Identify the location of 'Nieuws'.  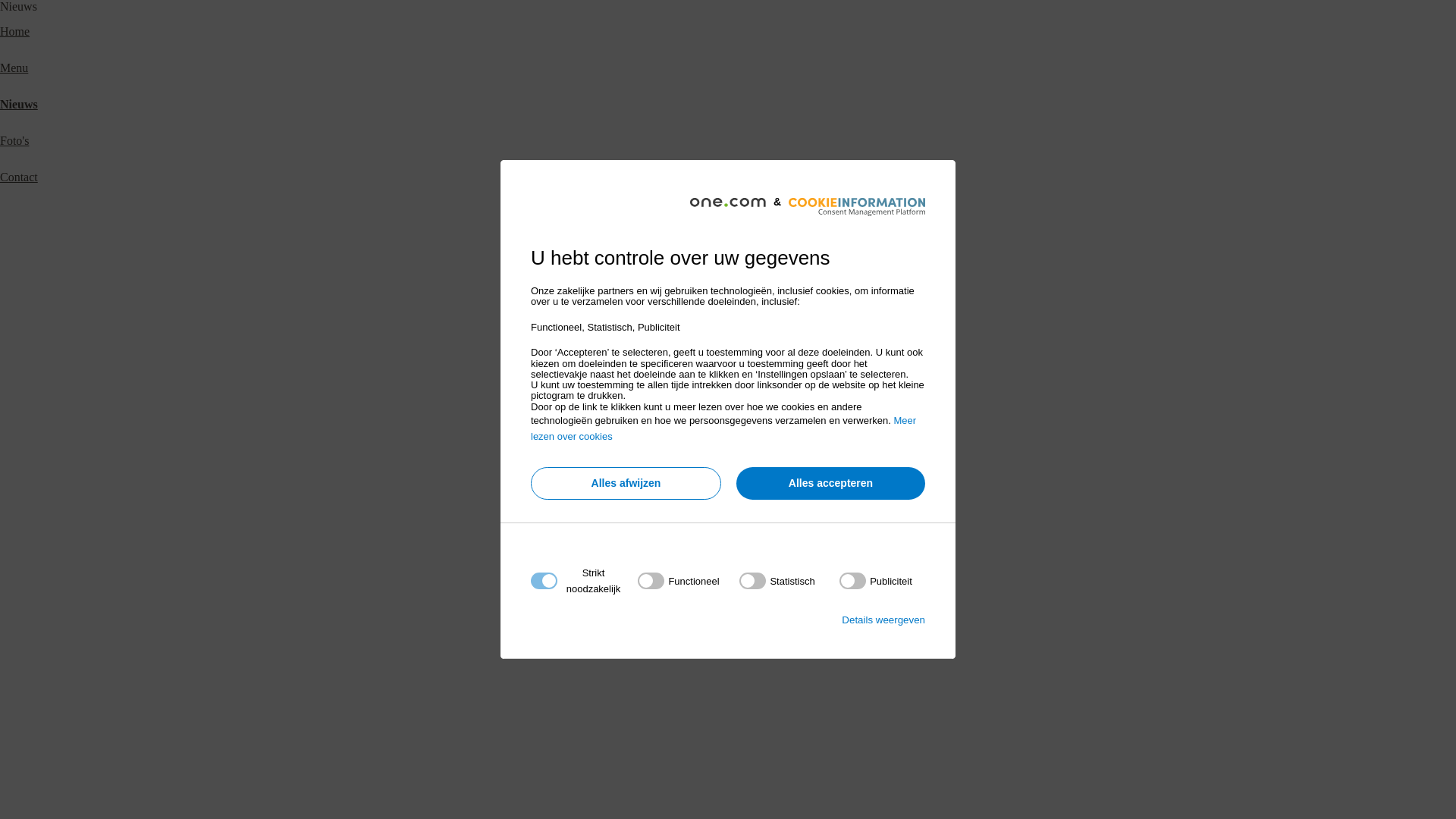
(18, 103).